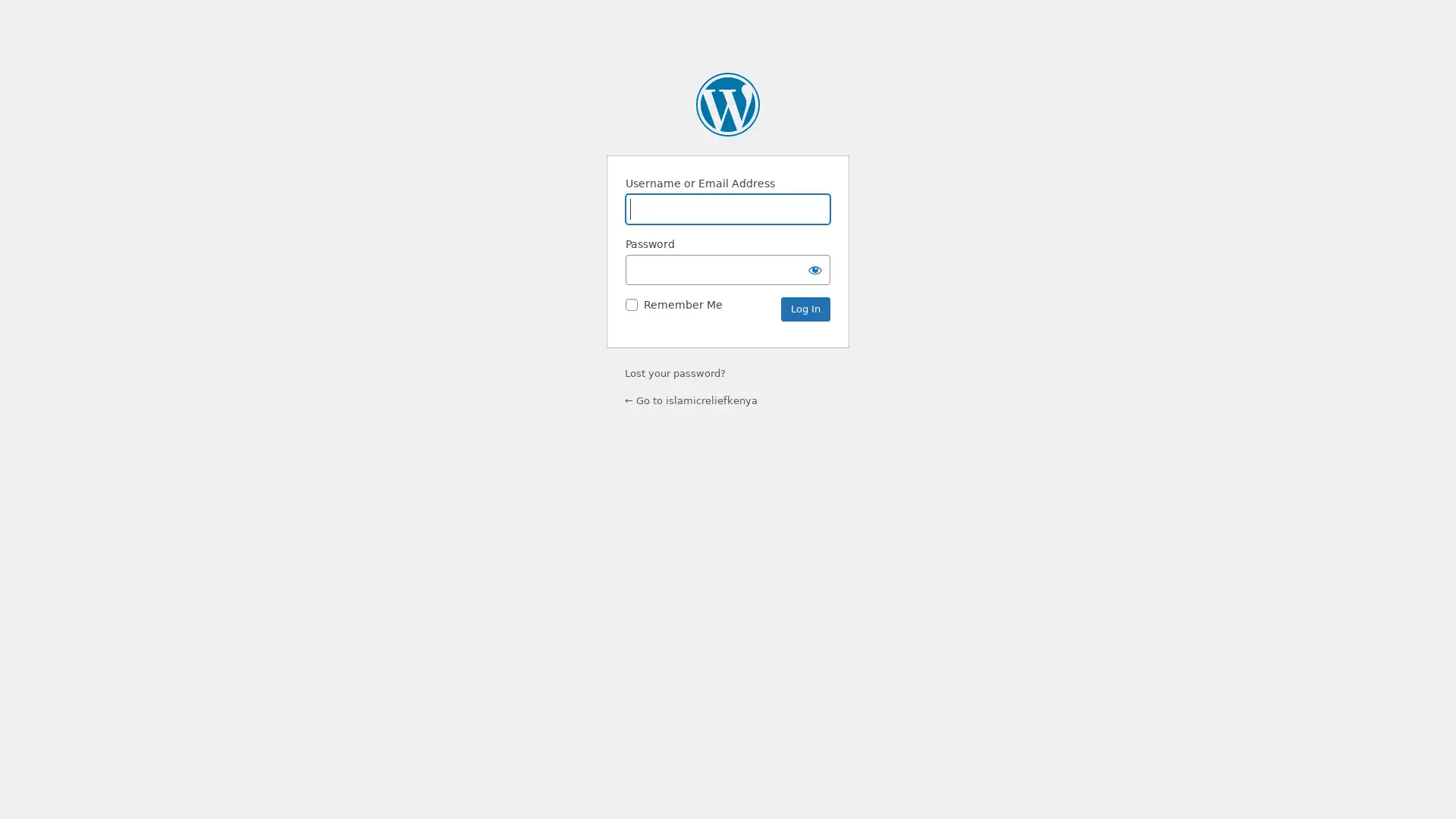 Image resolution: width=1456 pixels, height=819 pixels. What do you see at coordinates (805, 309) in the screenshot?
I see `Log In` at bounding box center [805, 309].